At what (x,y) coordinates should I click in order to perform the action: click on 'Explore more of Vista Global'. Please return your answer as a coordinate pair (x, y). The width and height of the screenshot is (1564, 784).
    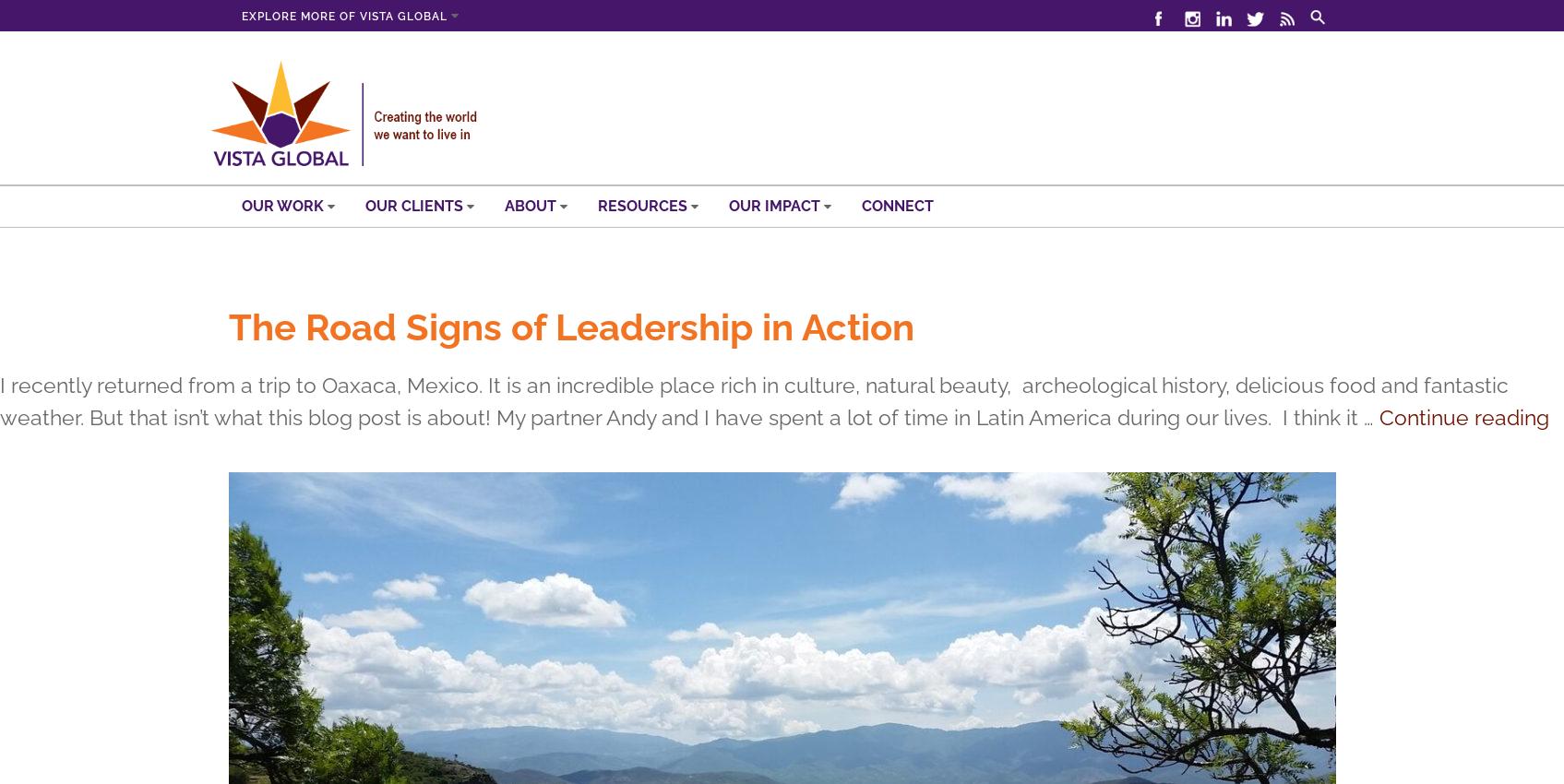
    Looking at the image, I should click on (344, 16).